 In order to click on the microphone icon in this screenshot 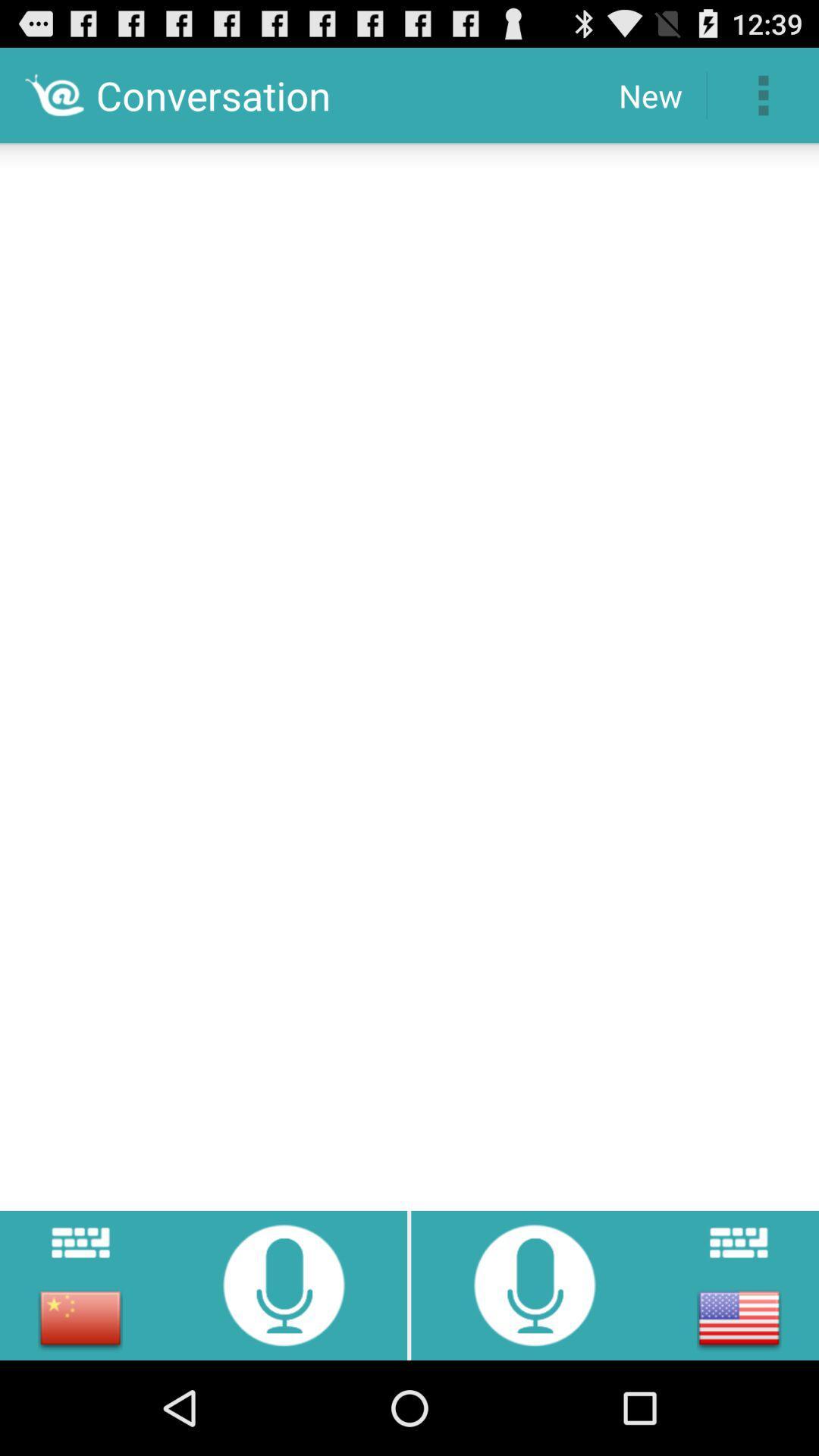, I will do `click(284, 1376)`.